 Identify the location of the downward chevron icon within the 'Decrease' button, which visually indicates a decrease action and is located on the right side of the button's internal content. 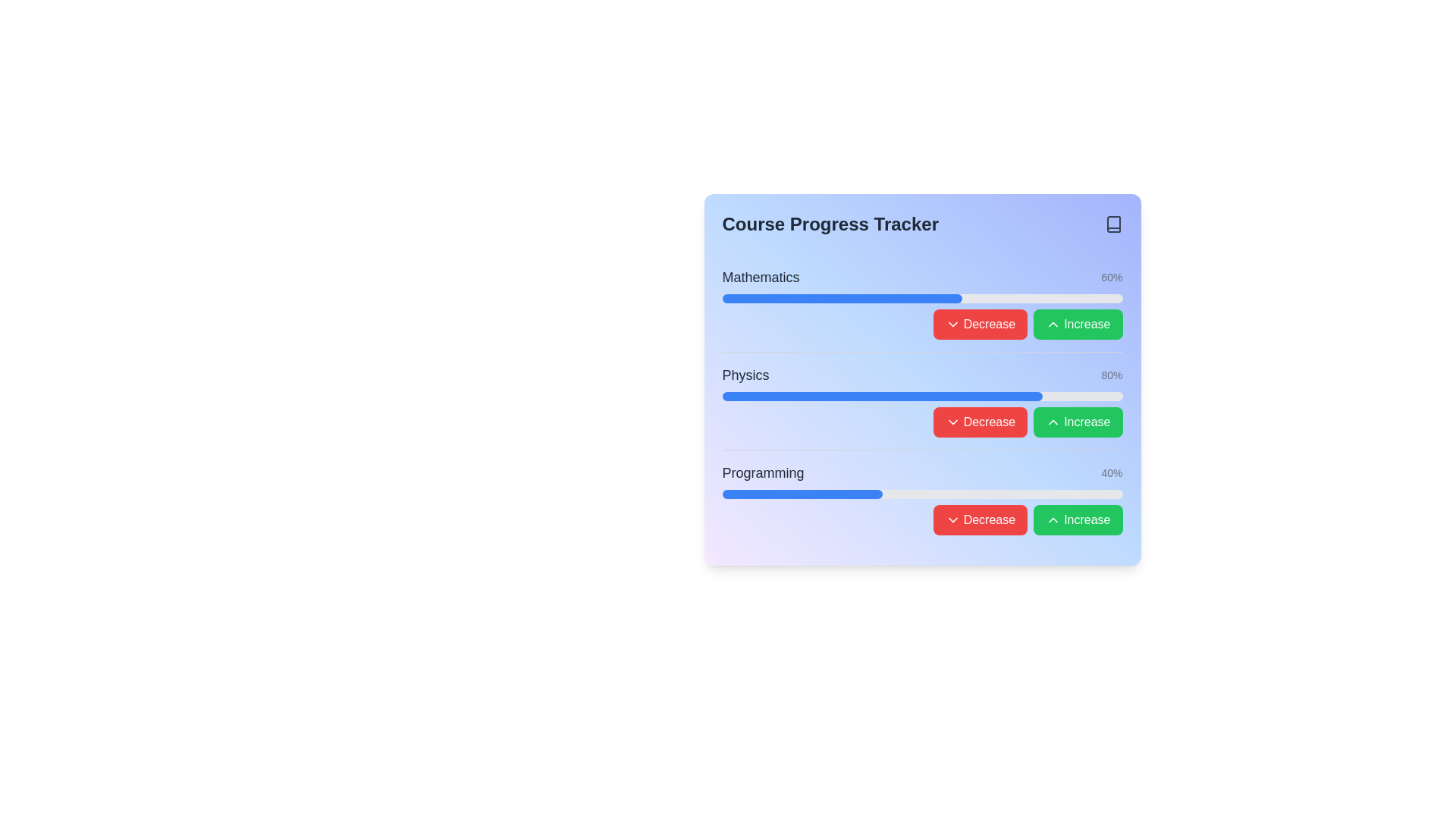
(952, 324).